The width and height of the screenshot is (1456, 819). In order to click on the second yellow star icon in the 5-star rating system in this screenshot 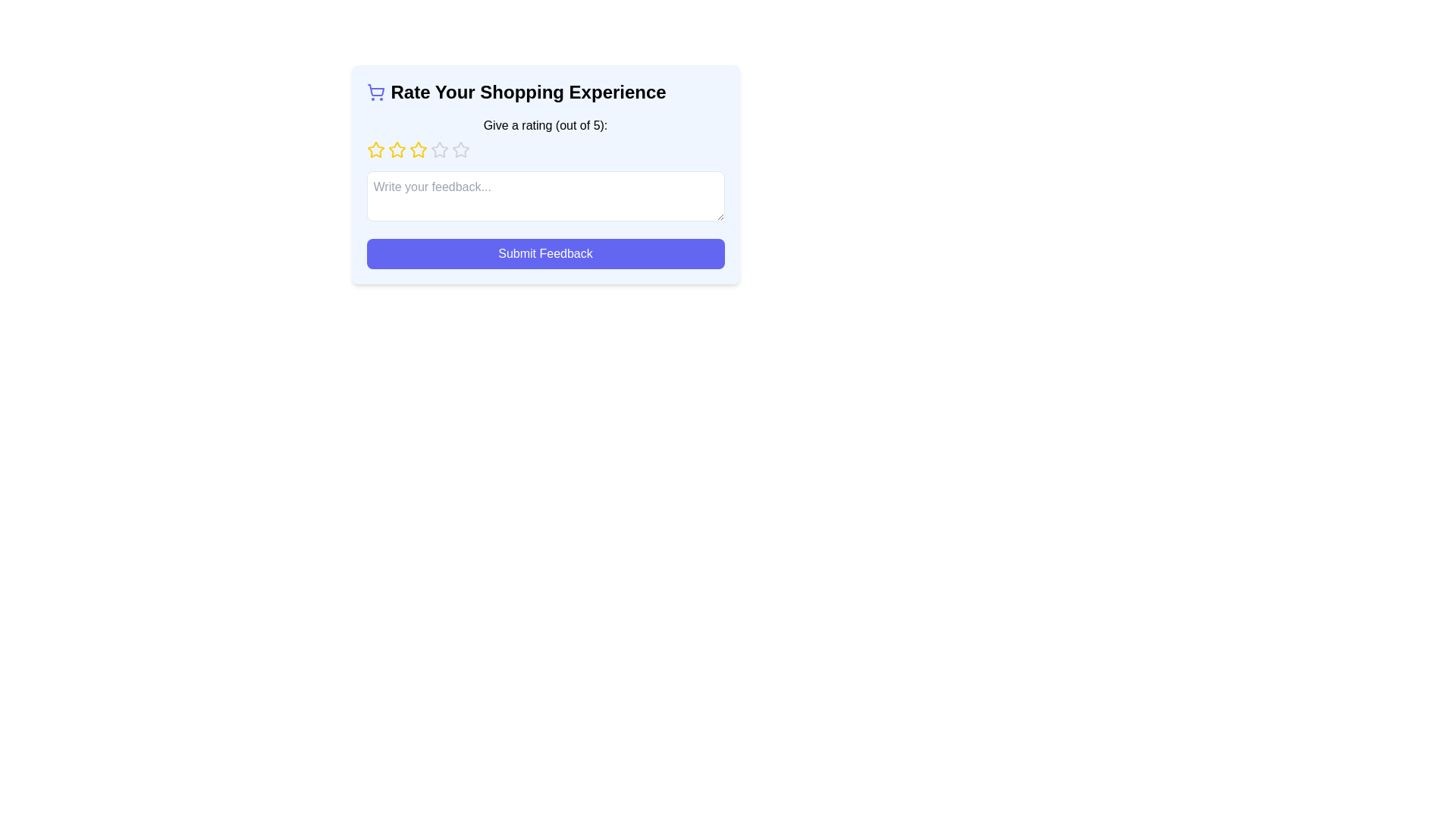, I will do `click(397, 149)`.